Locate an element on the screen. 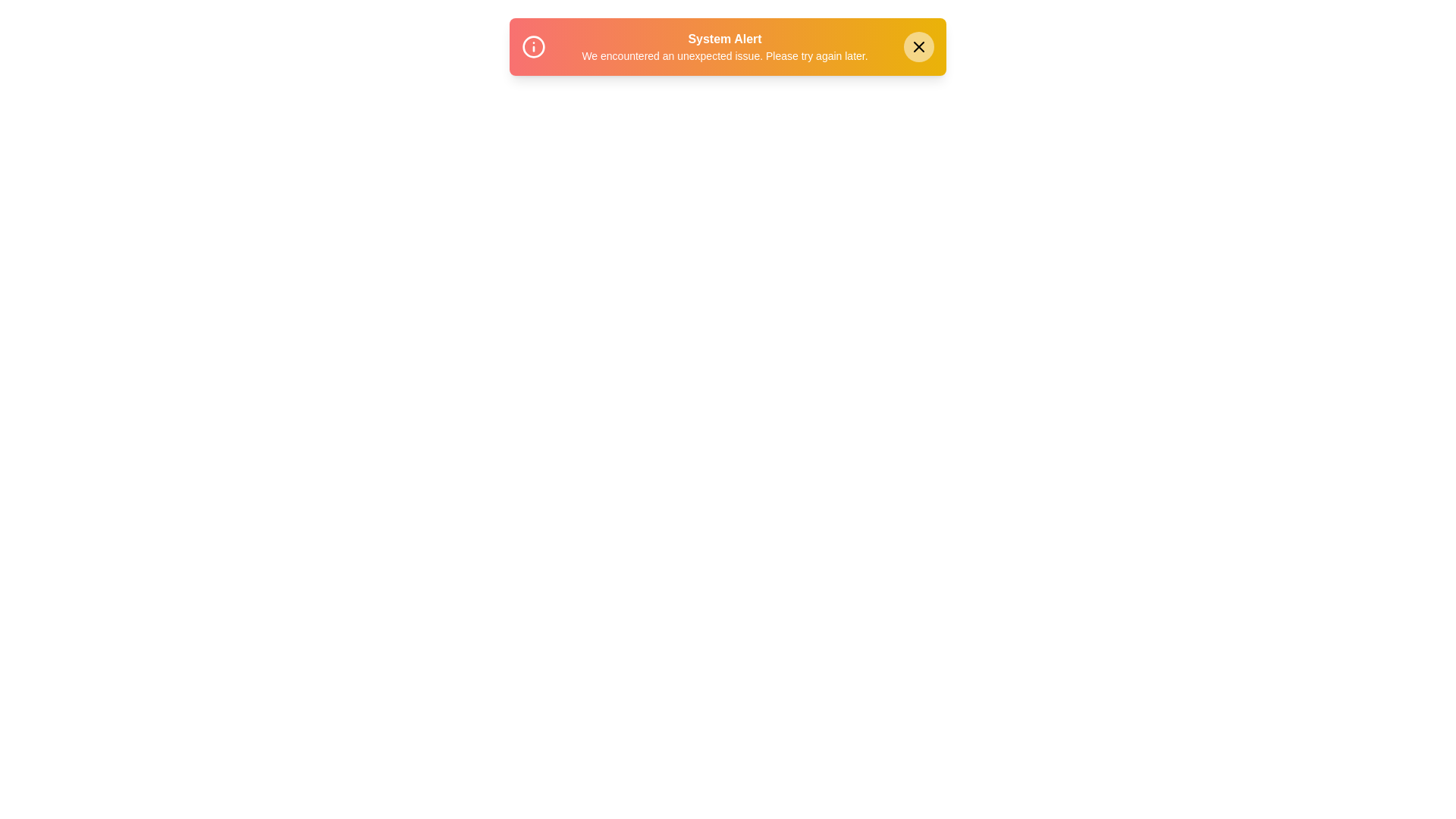 This screenshot has height=819, width=1456. the close button of the snackbar to dismiss it is located at coordinates (918, 45).